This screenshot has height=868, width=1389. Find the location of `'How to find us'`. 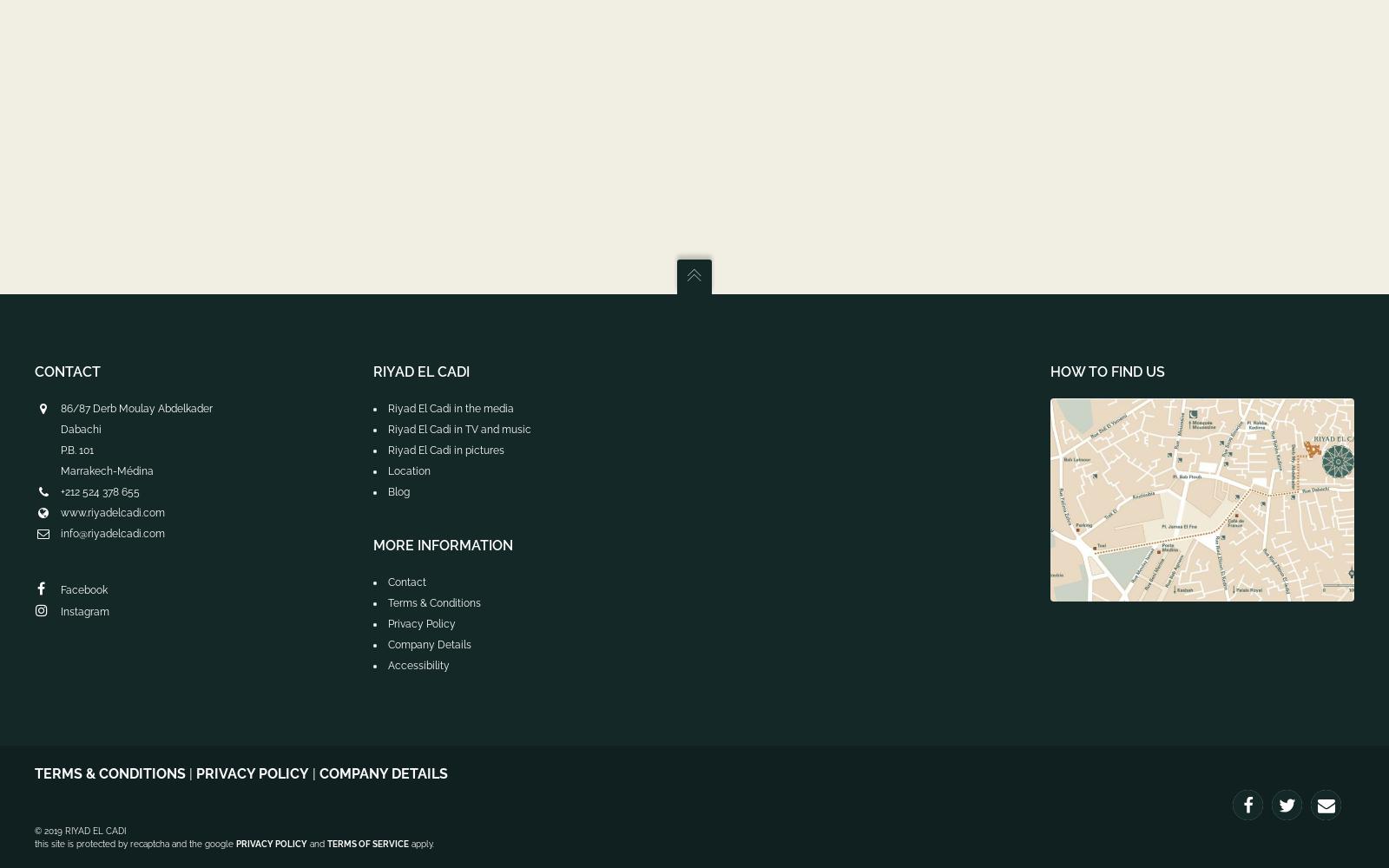

'How to find us' is located at coordinates (1107, 372).